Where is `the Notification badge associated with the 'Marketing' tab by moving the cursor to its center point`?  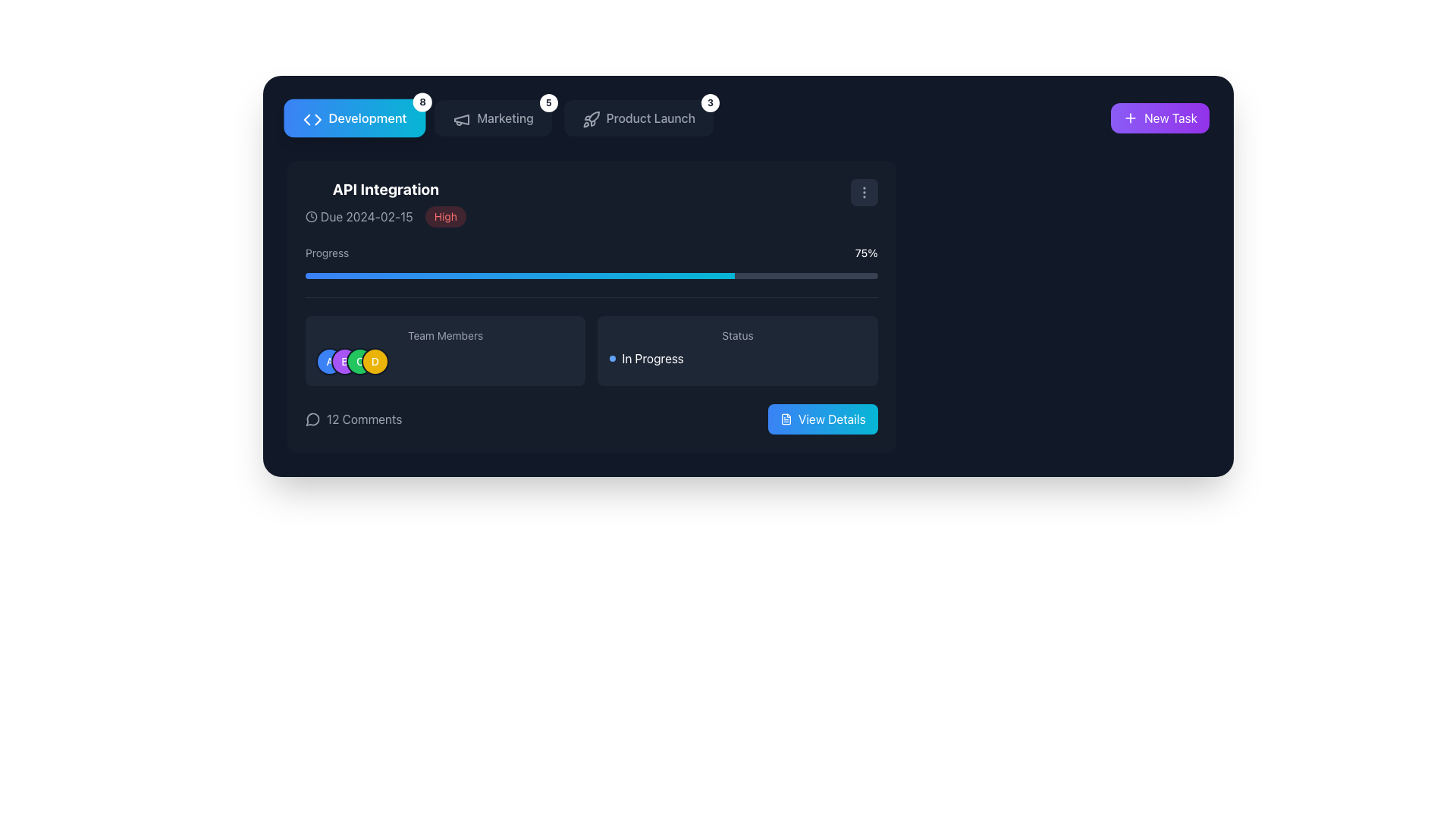 the Notification badge associated with the 'Marketing' tab by moving the cursor to its center point is located at coordinates (548, 102).